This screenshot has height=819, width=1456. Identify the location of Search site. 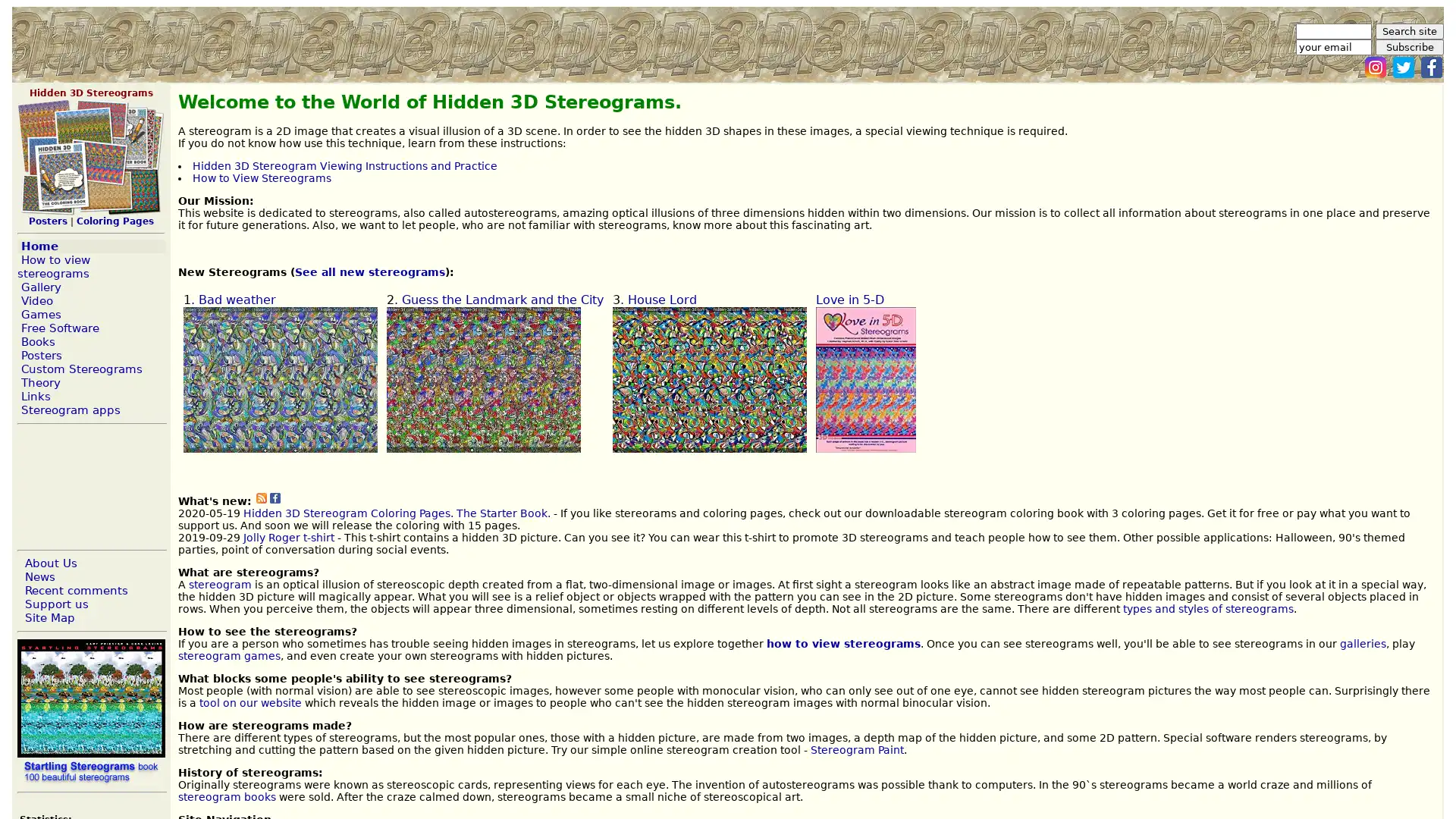
(1408, 31).